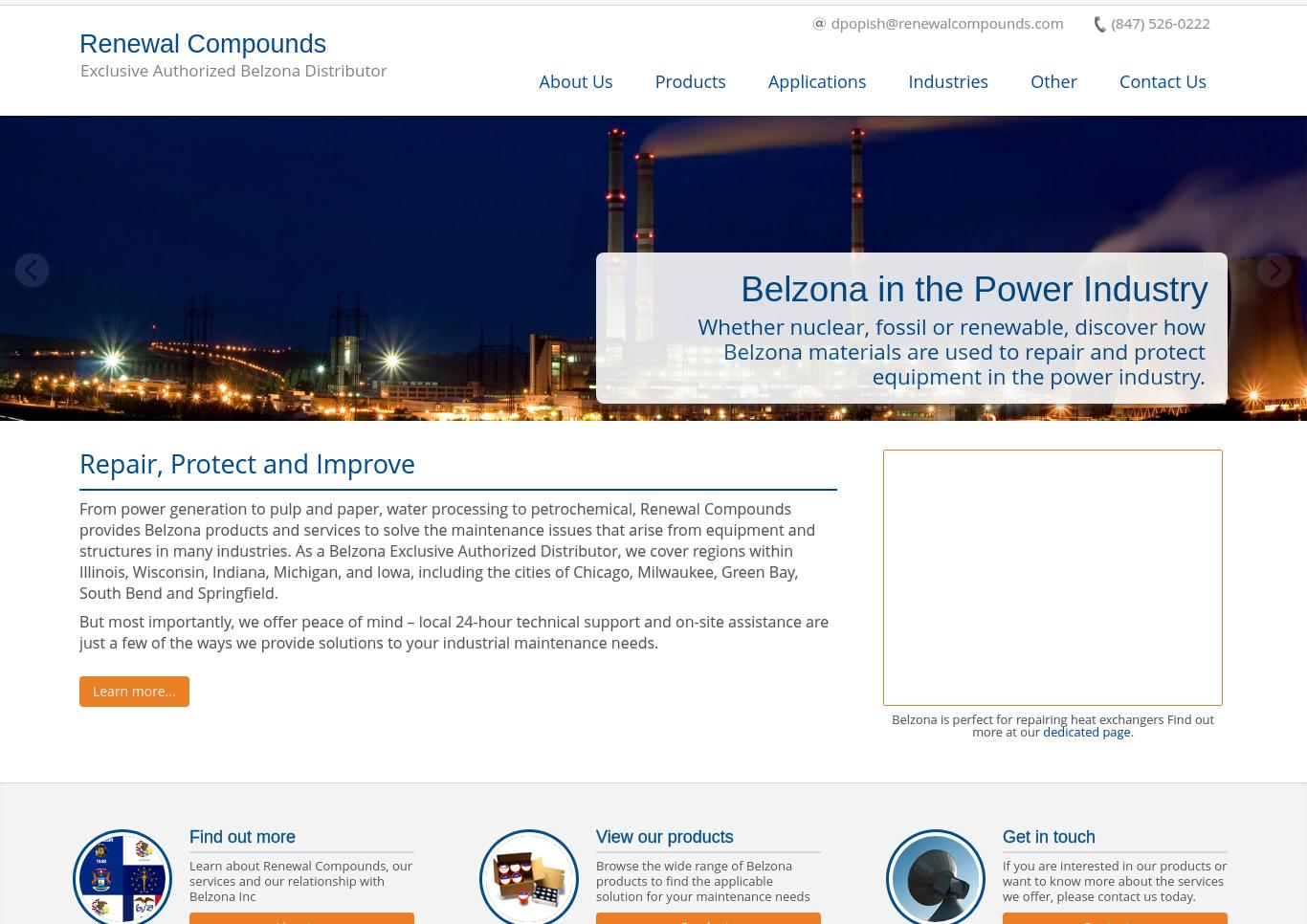  Describe the element at coordinates (951, 350) in the screenshot. I see `'Whether nuclear, fossil or renewable, discover how Belzona materials are used to repair and protect equipment in the power industry.'` at that location.